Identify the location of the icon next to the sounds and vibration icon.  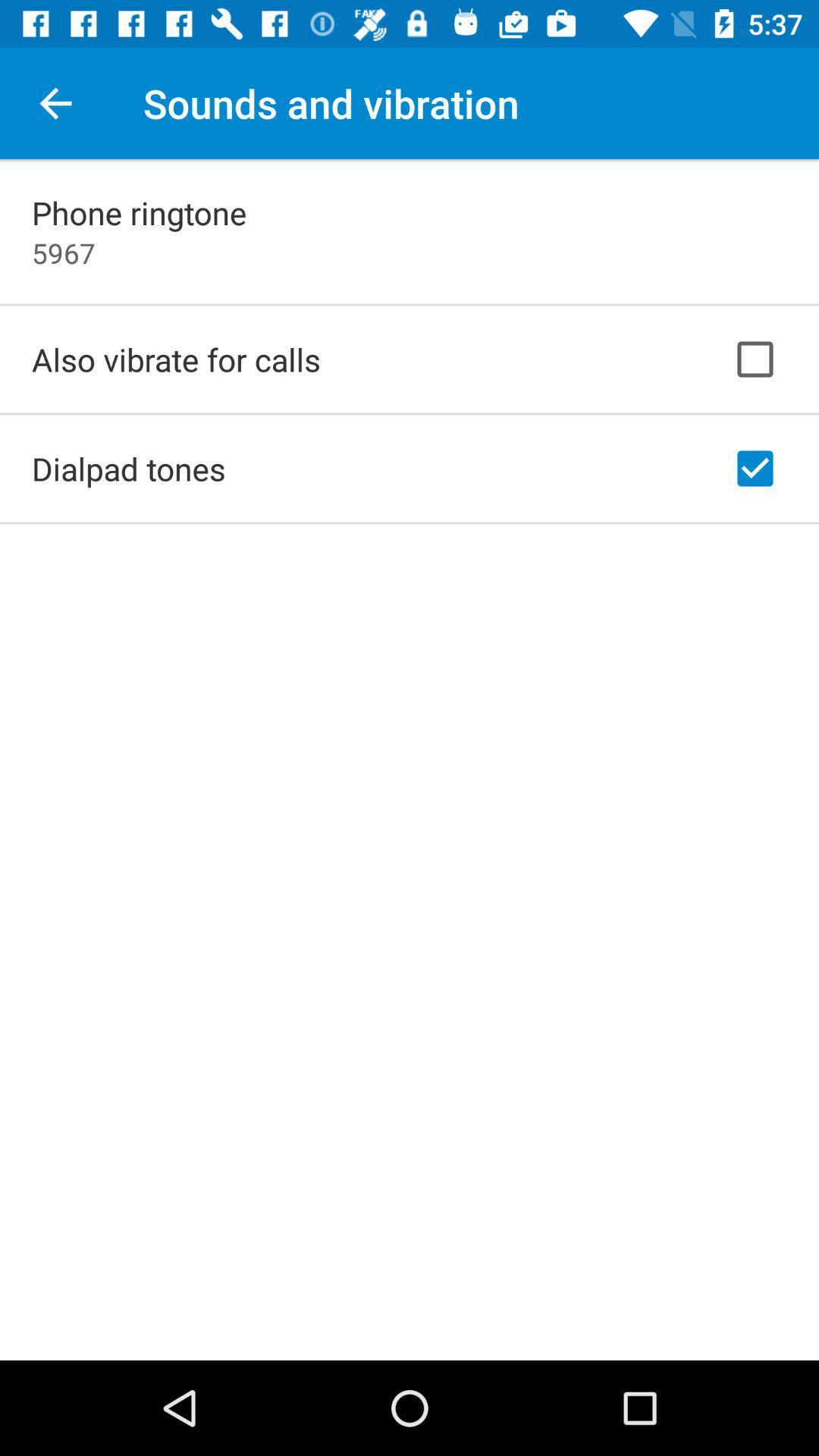
(55, 102).